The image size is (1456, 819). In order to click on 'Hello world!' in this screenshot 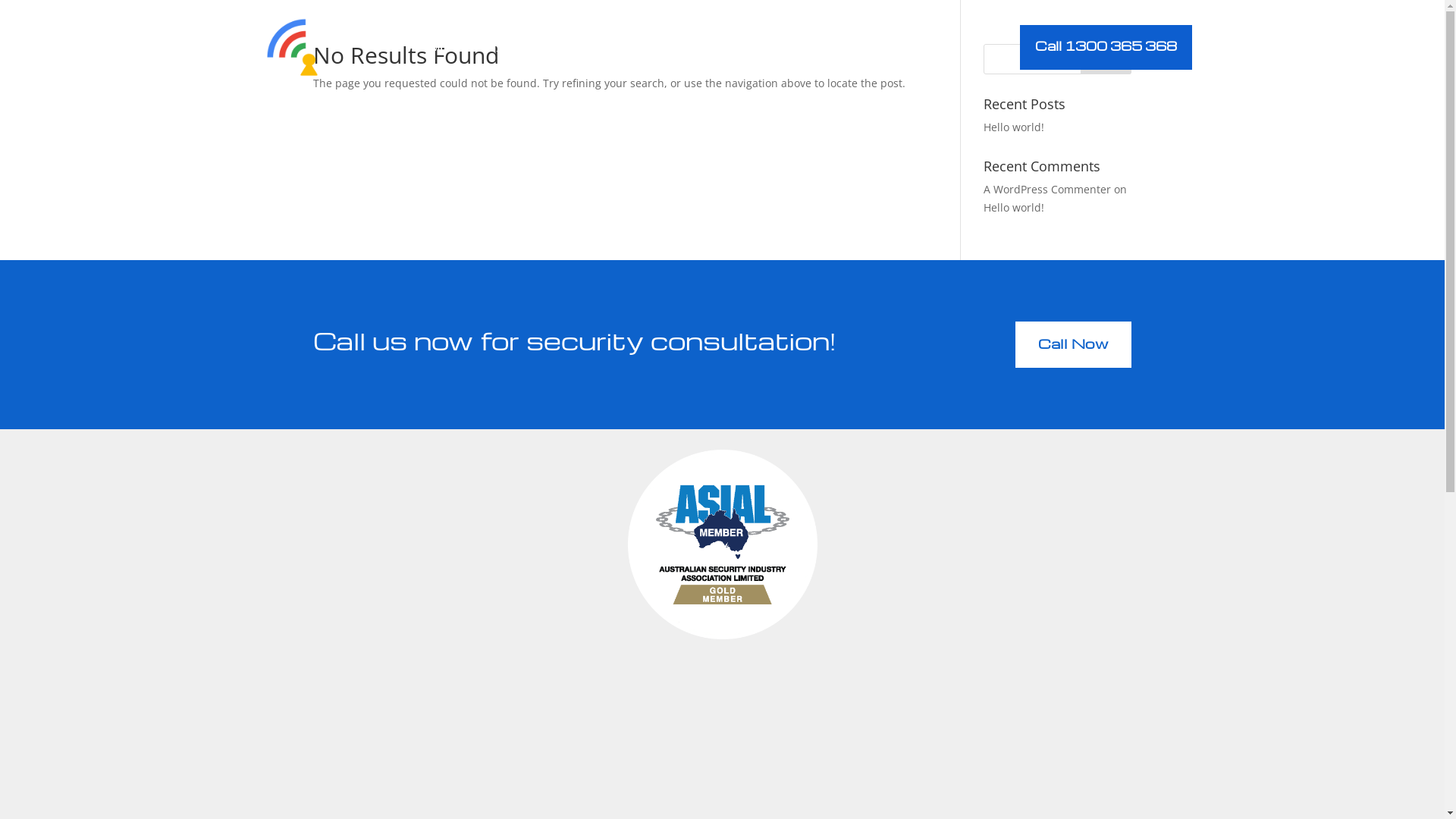, I will do `click(1014, 126)`.